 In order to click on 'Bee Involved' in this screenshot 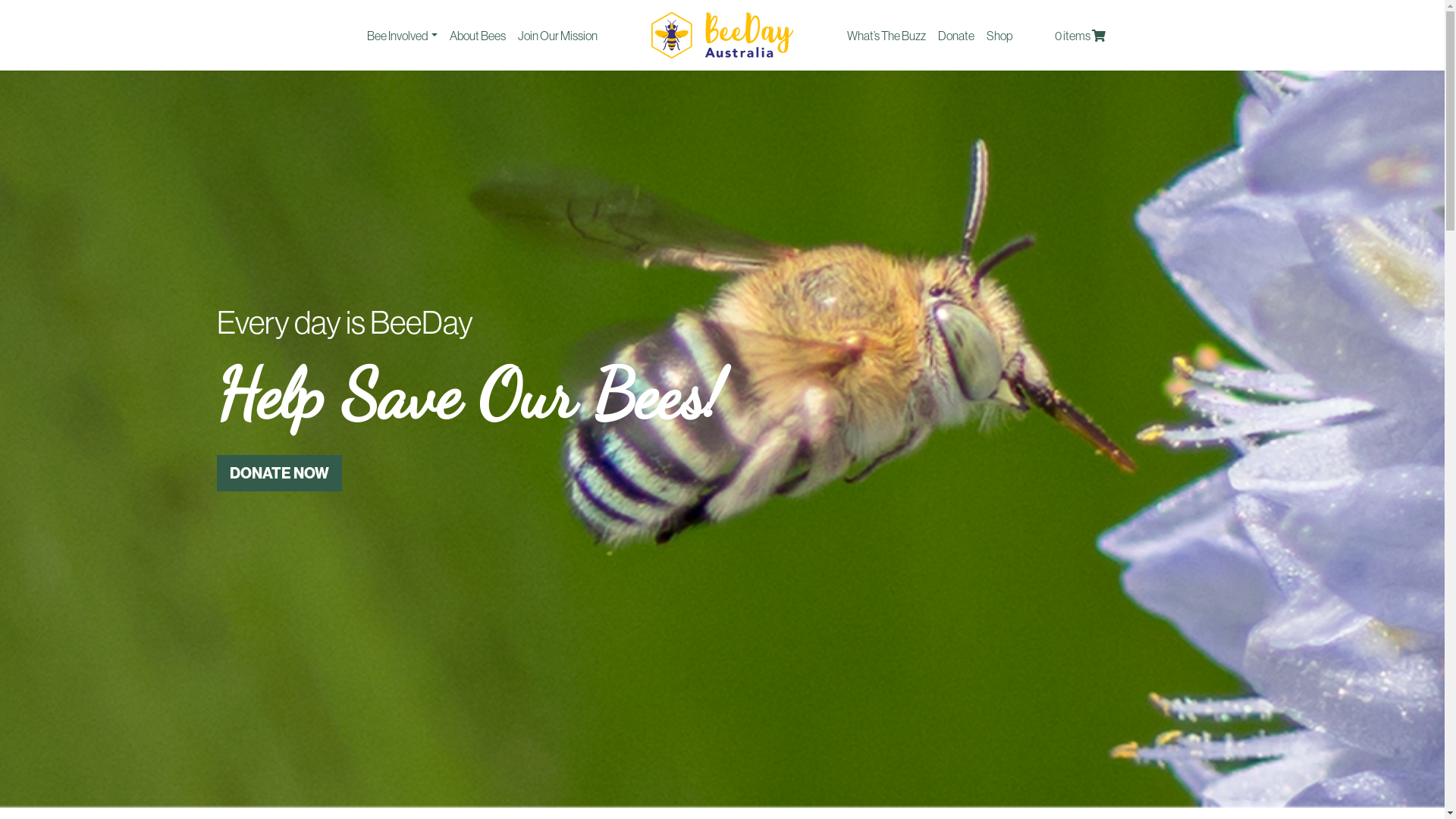, I will do `click(402, 34)`.